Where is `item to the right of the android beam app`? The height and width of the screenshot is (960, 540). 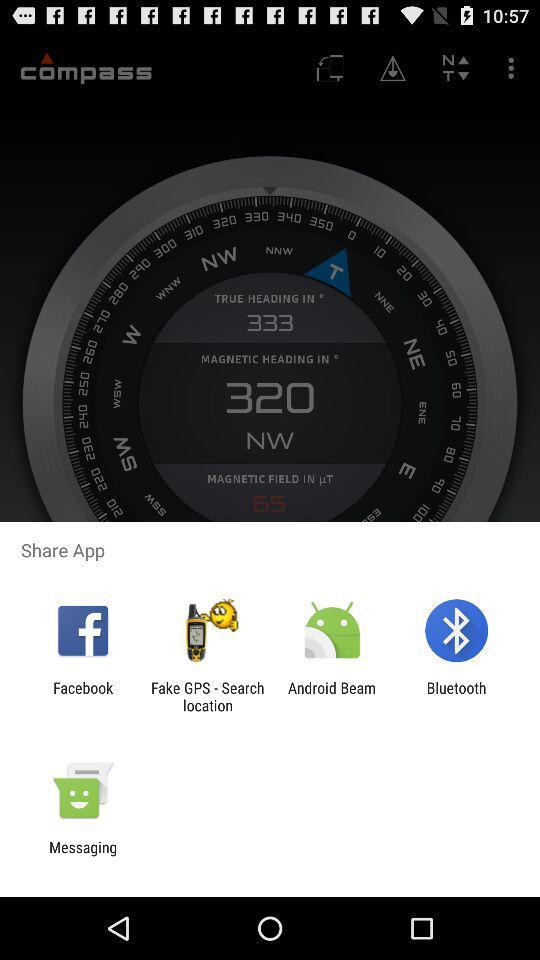 item to the right of the android beam app is located at coordinates (456, 696).